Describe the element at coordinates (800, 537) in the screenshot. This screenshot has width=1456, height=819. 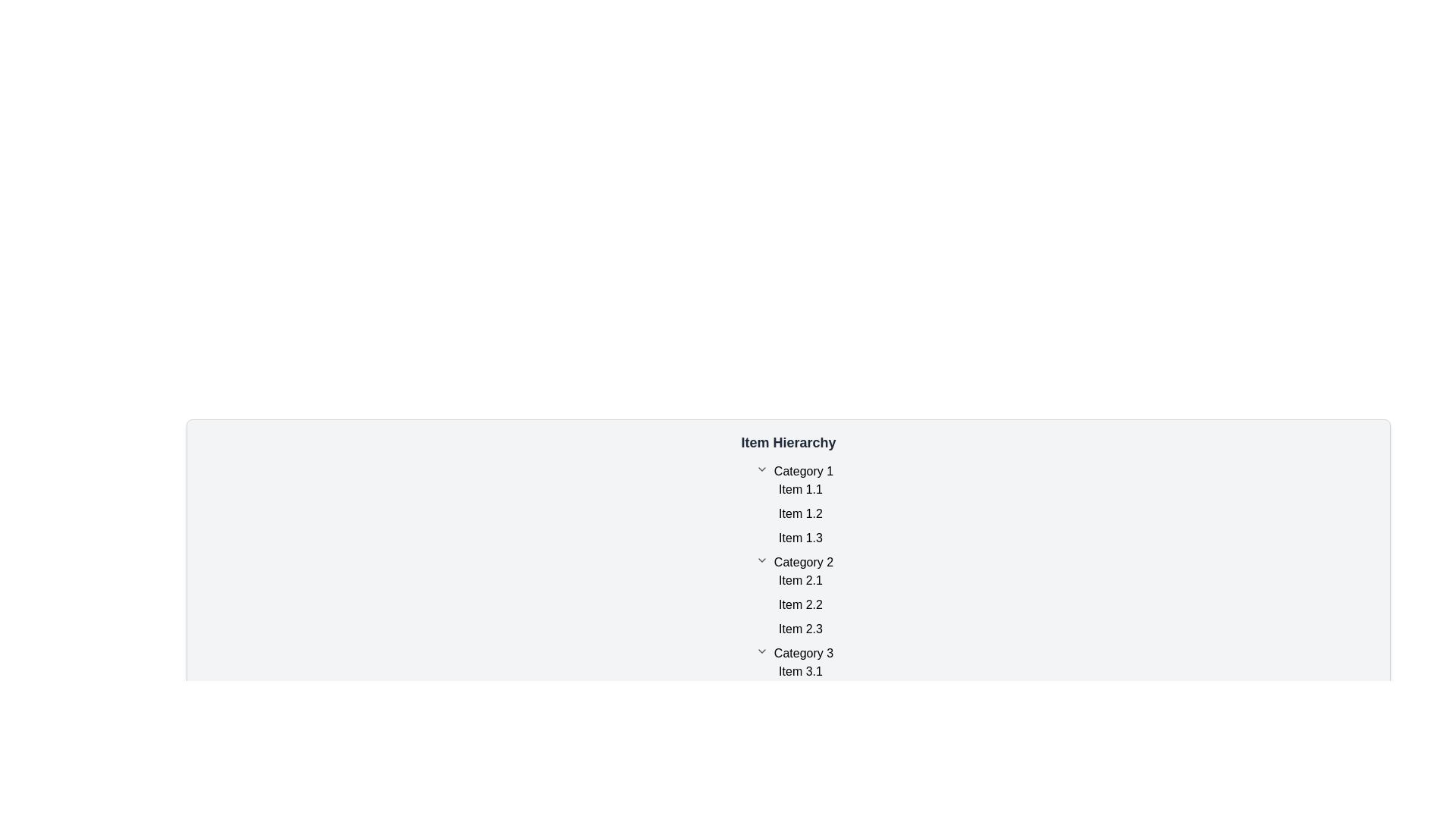
I see `the label representing the third item under 'Category 1' in the 'Item Hierarchy' list, which is centrally aligned horizontally and positioned between 'Item 1.2' and 'Category 2'` at that location.